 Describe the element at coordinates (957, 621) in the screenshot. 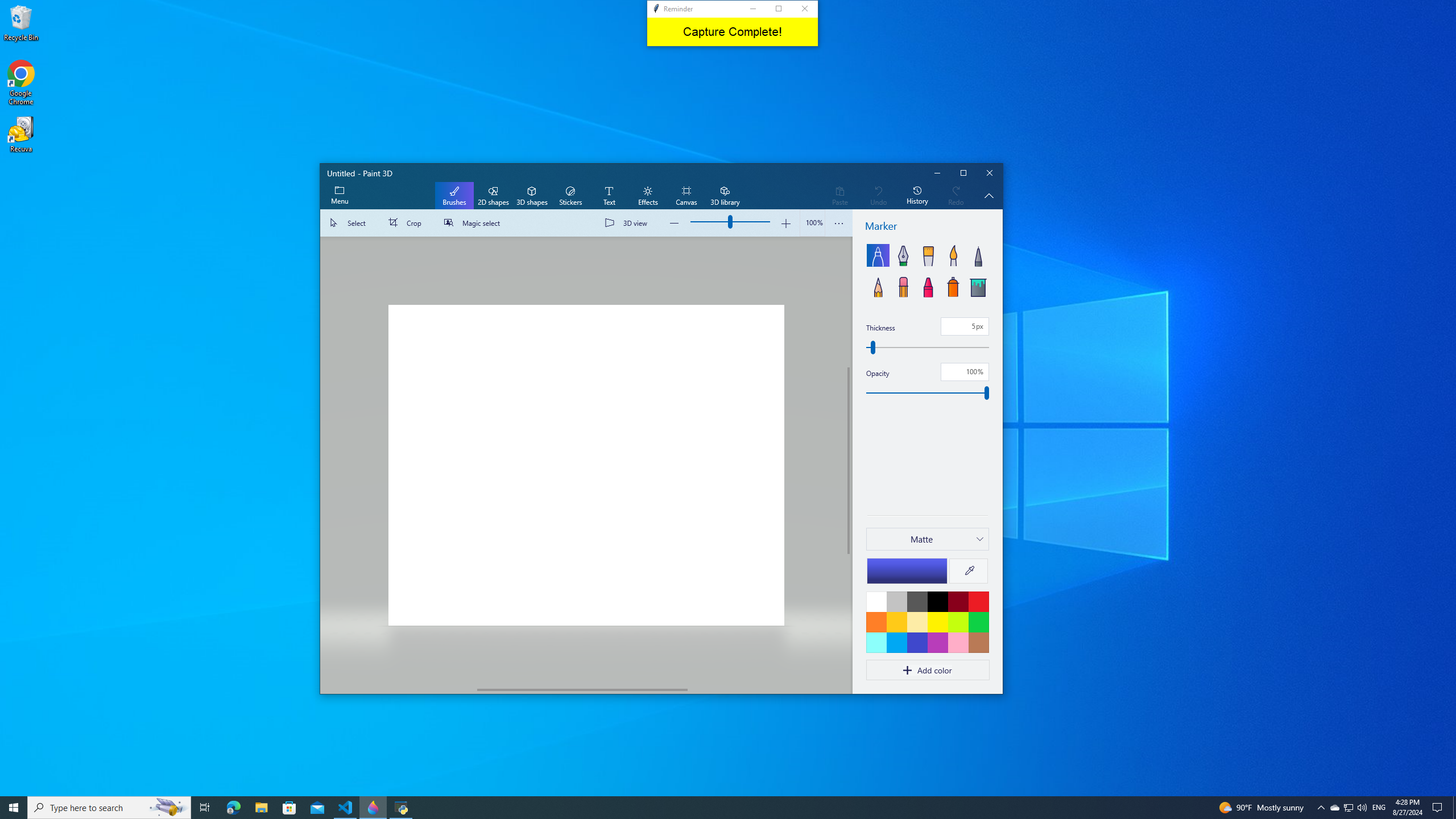

I see `'Lime'` at that location.